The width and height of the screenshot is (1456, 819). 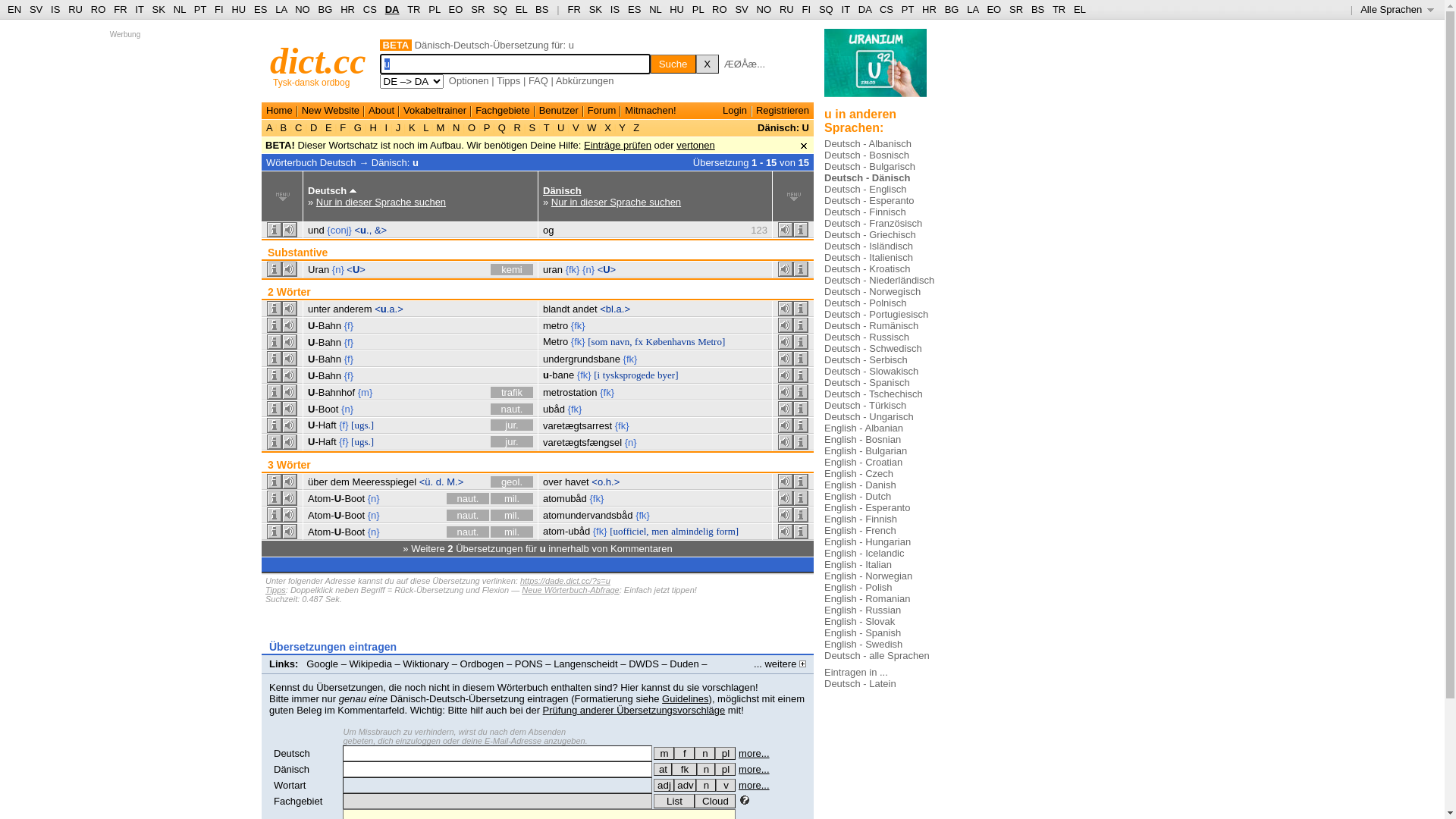 I want to click on 'byer]', so click(x=667, y=375).